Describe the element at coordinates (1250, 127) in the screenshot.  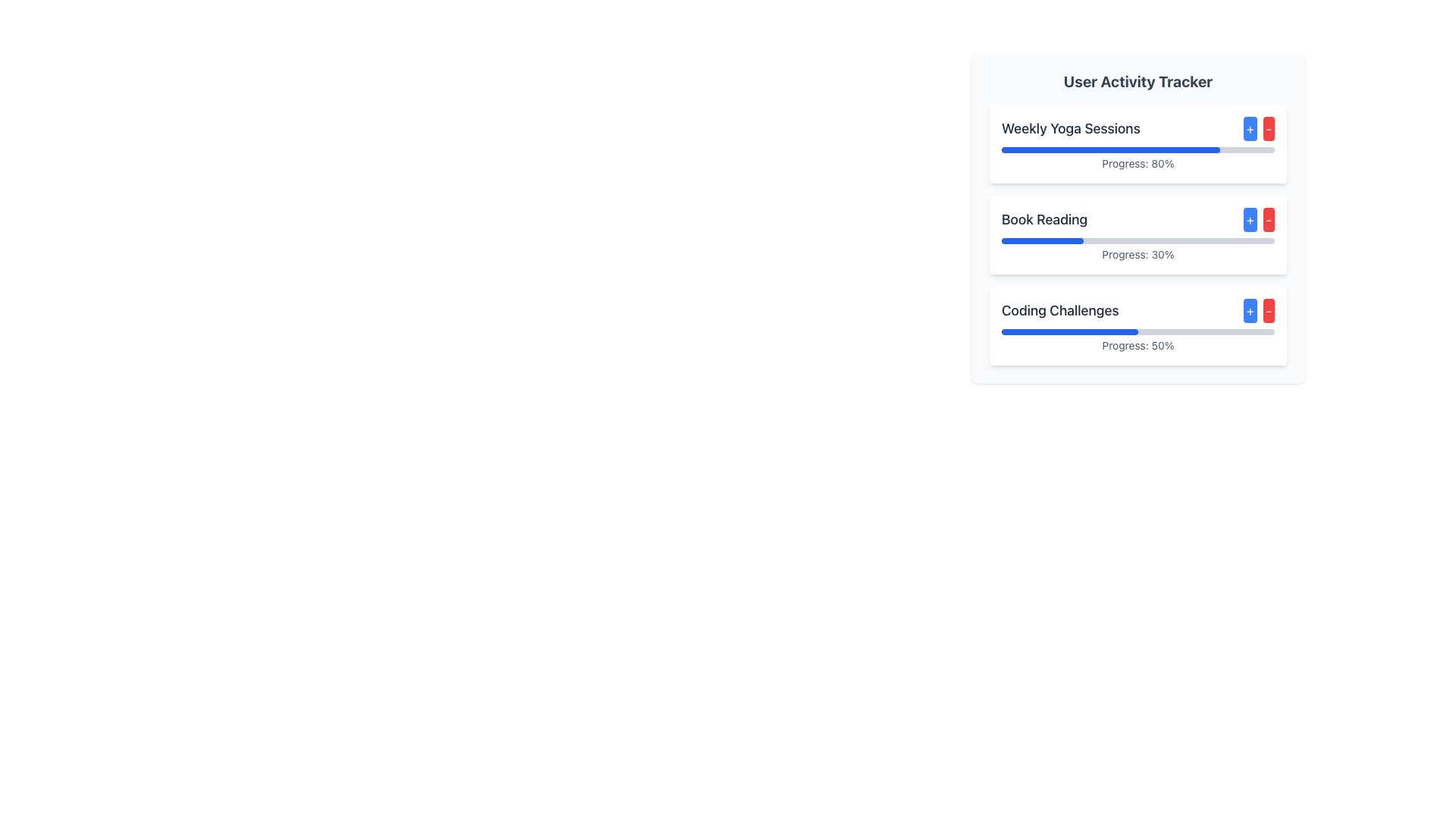
I see `the small square button with rounded corners and a blue background that contains a white '+' text, located adjacent to a red 'minus' button in the 'Weekly Yoga Sessions' activity tracker row` at that location.